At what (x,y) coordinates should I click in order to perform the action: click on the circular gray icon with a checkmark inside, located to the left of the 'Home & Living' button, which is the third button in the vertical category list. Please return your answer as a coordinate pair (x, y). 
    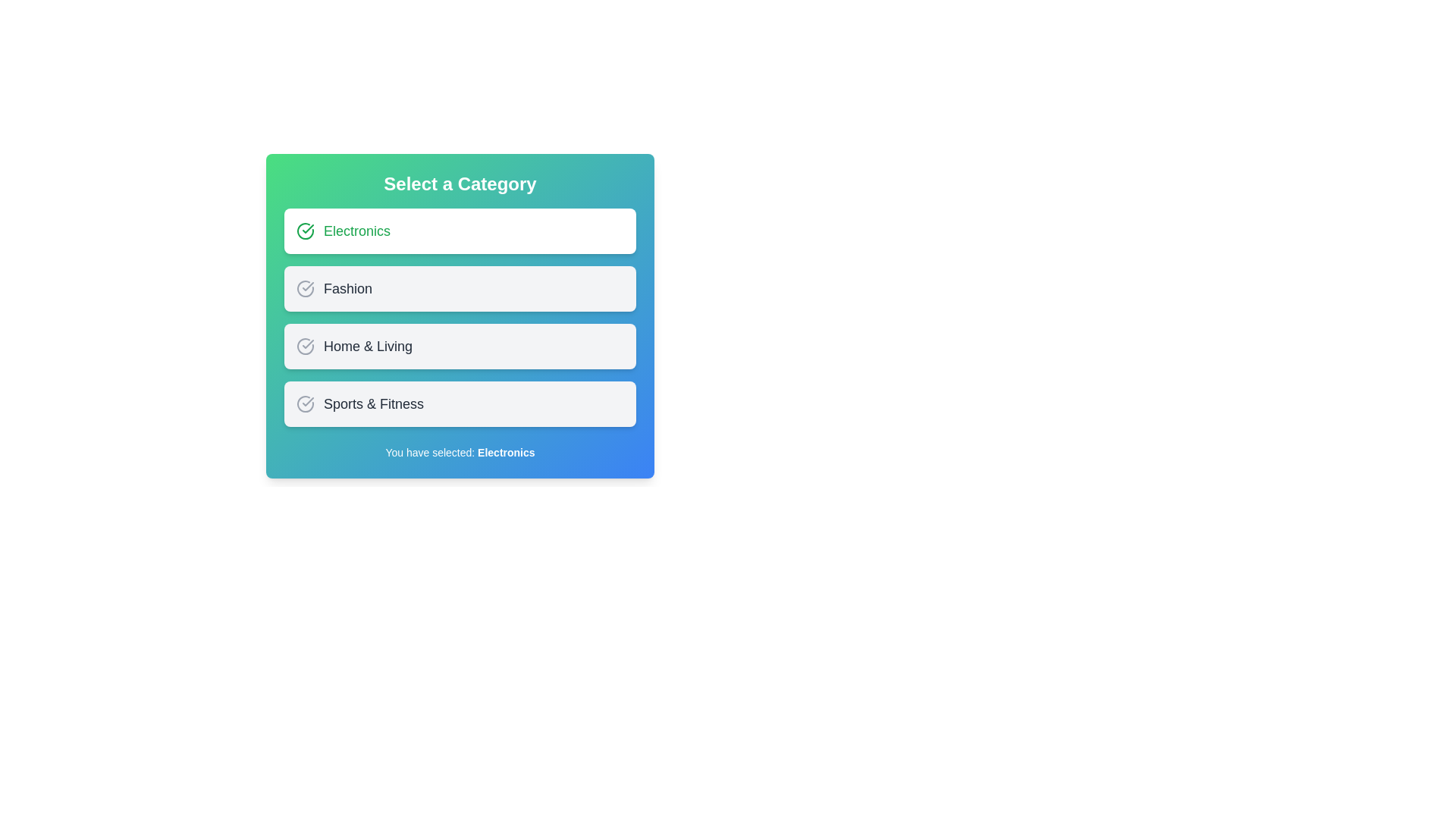
    Looking at the image, I should click on (305, 346).